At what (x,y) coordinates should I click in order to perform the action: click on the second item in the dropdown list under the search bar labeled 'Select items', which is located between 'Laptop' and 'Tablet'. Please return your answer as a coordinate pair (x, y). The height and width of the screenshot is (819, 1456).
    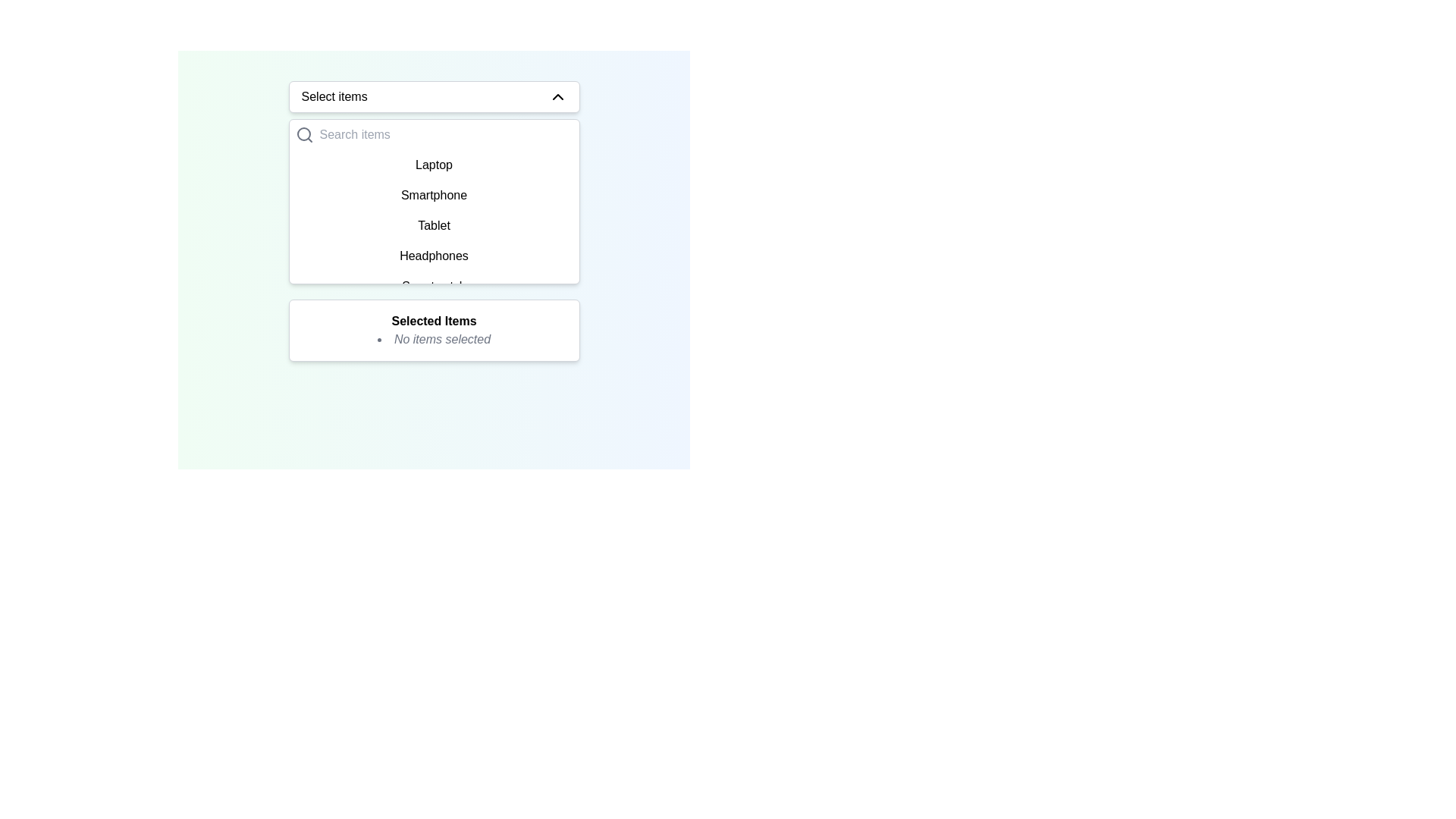
    Looking at the image, I should click on (433, 181).